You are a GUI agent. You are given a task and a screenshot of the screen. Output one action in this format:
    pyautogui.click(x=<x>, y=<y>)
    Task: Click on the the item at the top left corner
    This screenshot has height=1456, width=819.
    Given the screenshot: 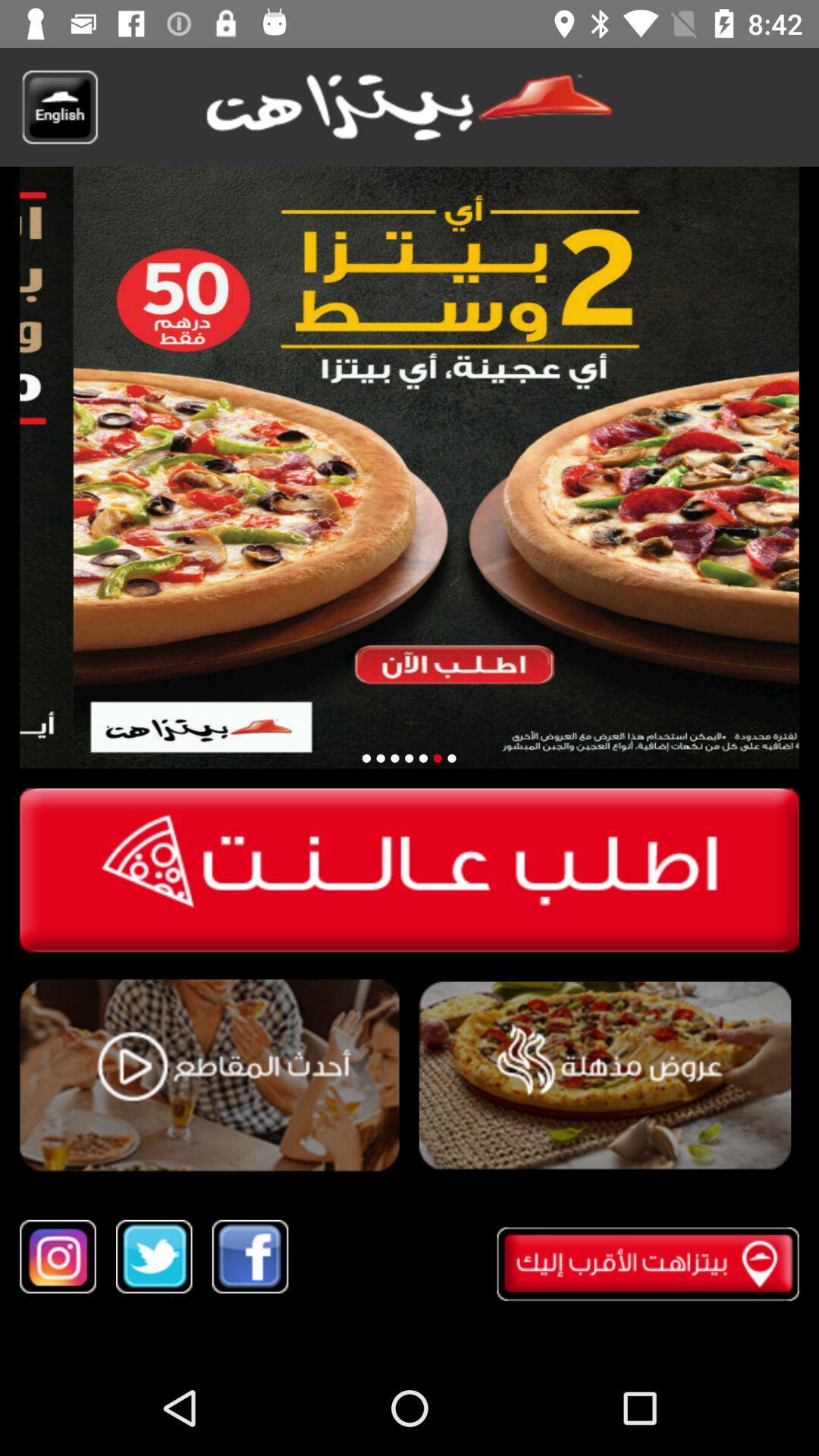 What is the action you would take?
    pyautogui.click(x=58, y=106)
    